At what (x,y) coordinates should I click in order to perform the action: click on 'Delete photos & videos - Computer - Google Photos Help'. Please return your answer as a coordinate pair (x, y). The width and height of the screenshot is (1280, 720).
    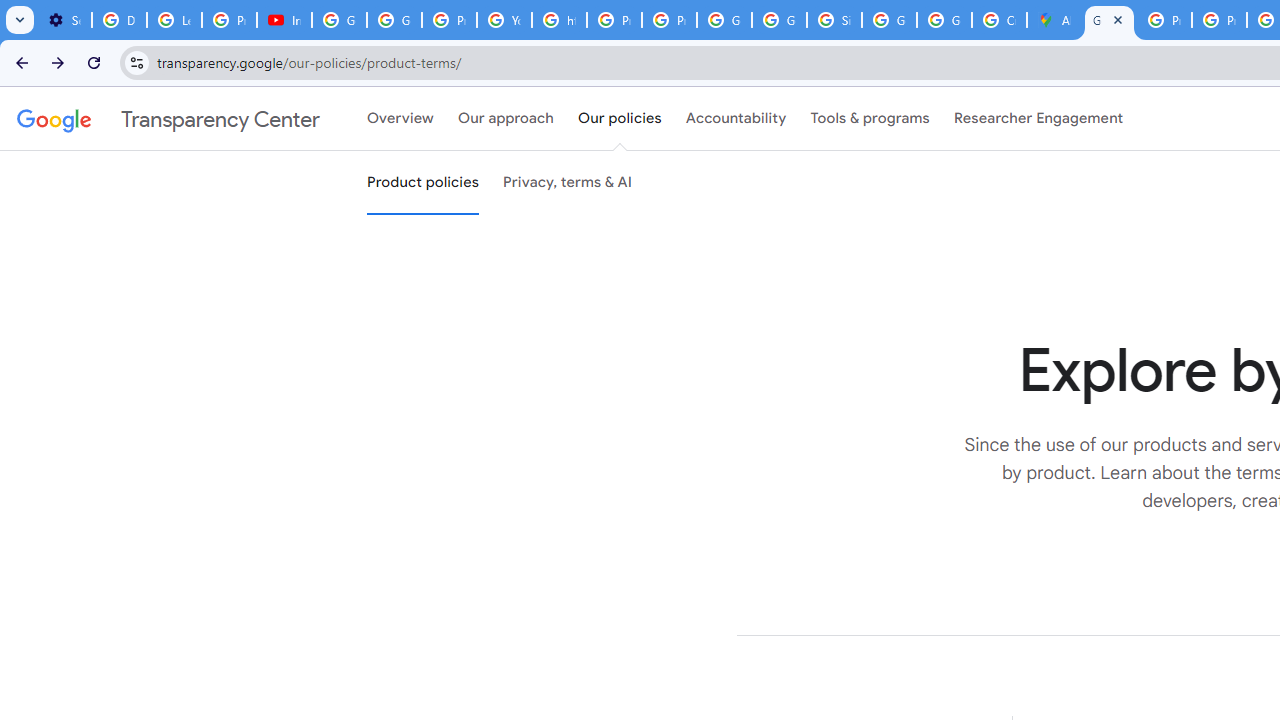
    Looking at the image, I should click on (118, 20).